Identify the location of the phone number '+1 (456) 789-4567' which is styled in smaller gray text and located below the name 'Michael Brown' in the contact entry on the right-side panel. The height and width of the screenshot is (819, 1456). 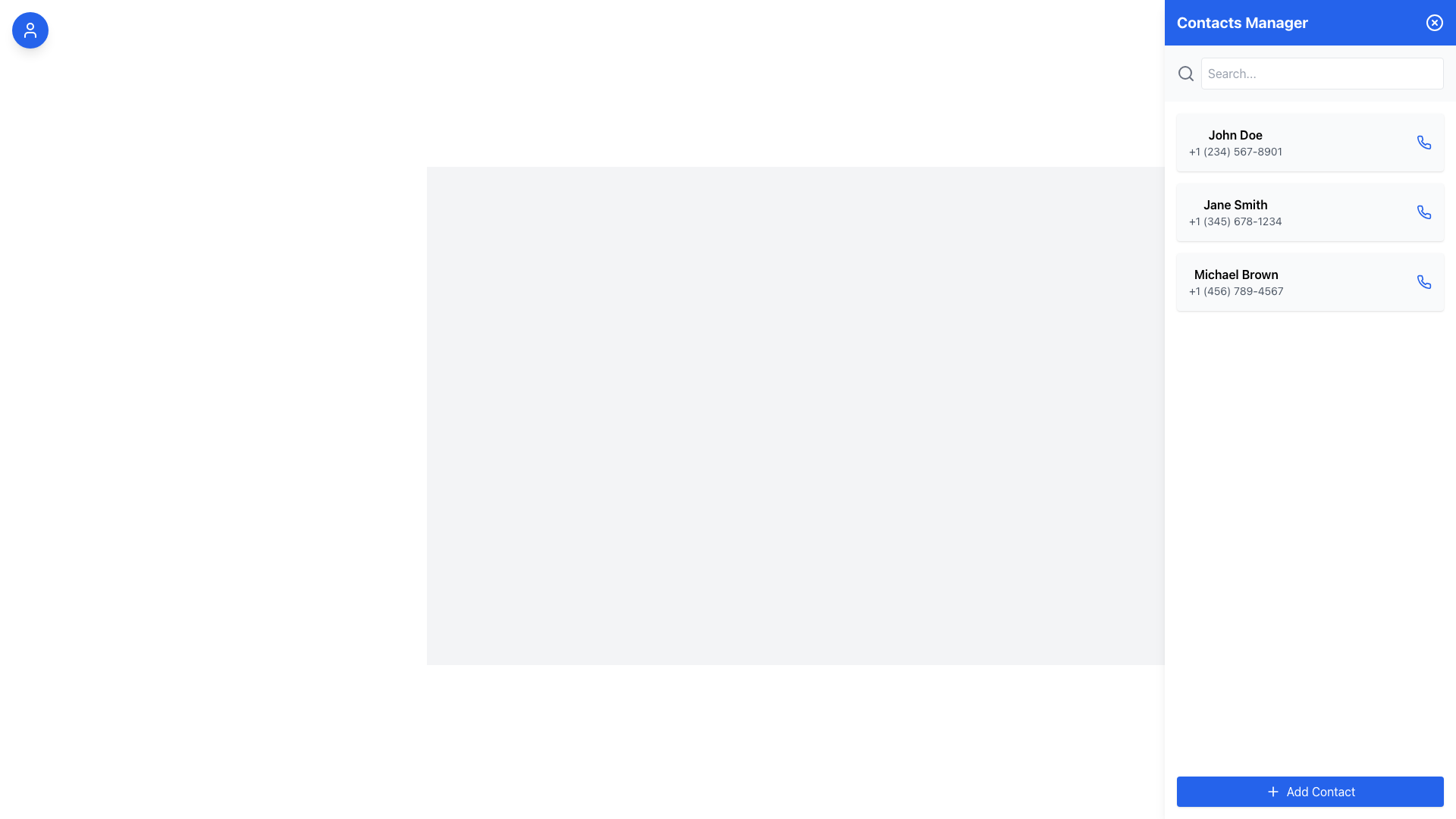
(1236, 291).